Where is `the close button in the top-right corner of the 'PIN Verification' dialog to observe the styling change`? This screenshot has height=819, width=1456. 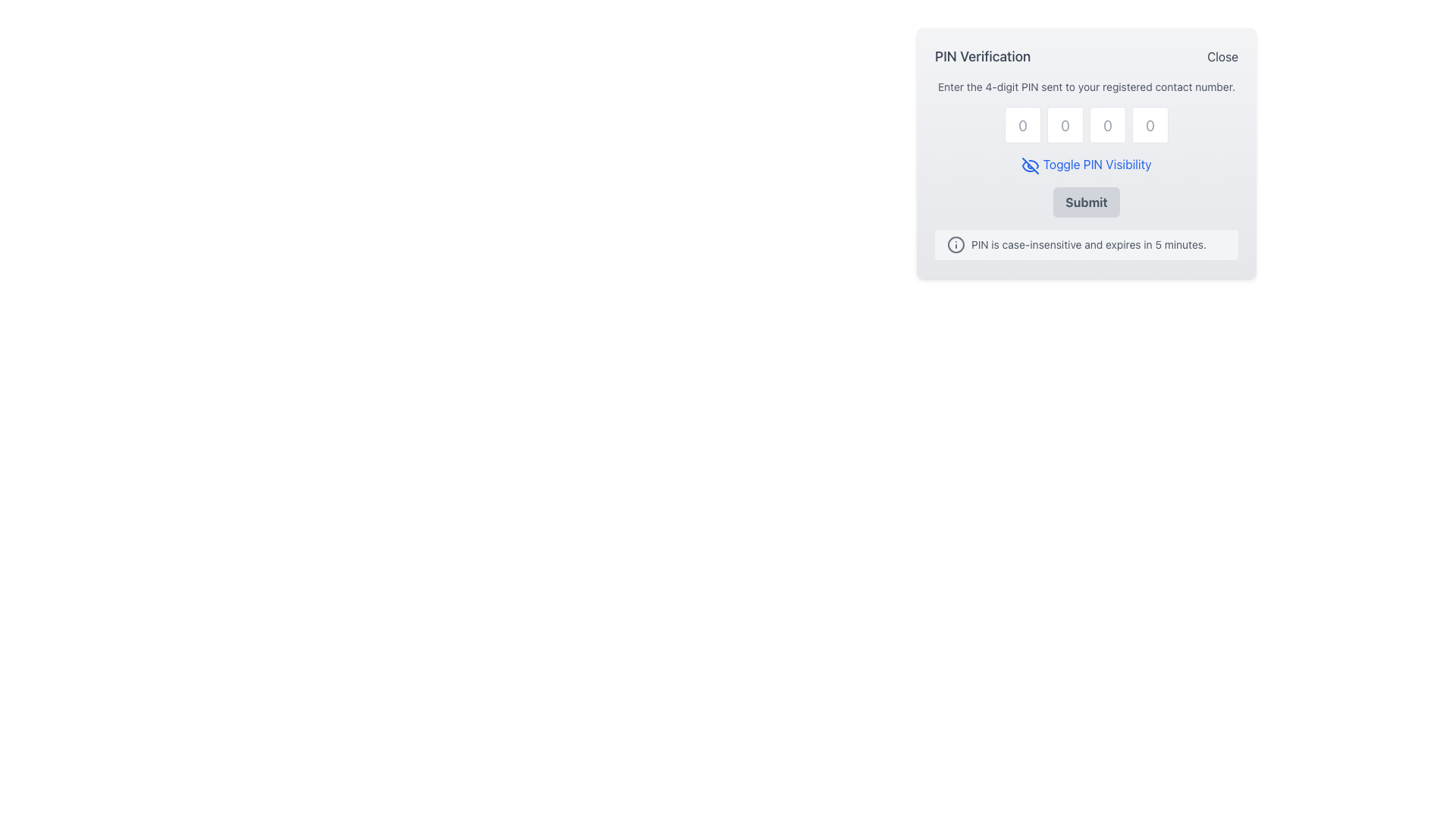 the close button in the top-right corner of the 'PIN Verification' dialog to observe the styling change is located at coordinates (1222, 55).